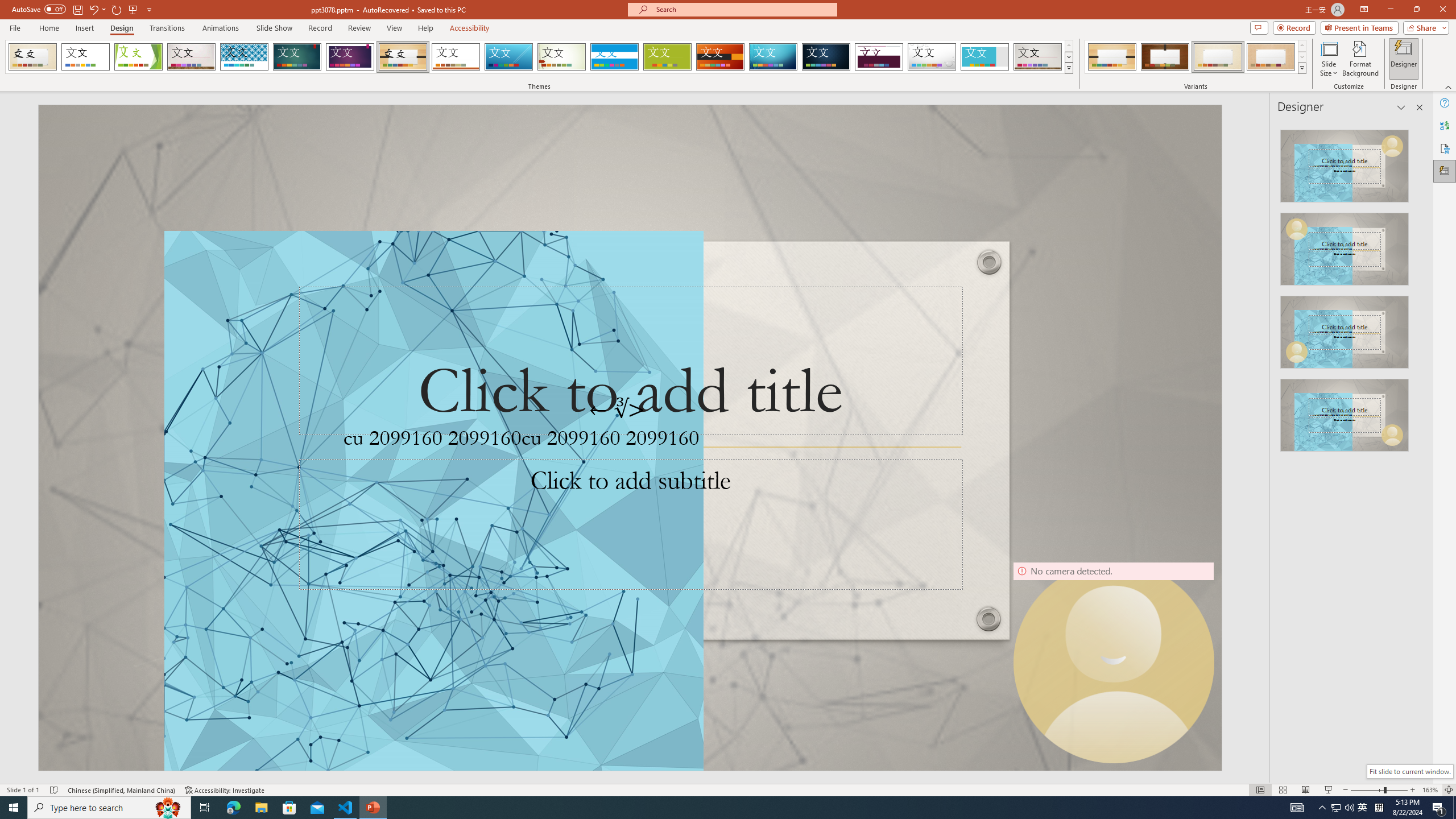 This screenshot has height=819, width=1456. Describe the element at coordinates (148, 9) in the screenshot. I see `'Customize Quick Access Toolbar'` at that location.